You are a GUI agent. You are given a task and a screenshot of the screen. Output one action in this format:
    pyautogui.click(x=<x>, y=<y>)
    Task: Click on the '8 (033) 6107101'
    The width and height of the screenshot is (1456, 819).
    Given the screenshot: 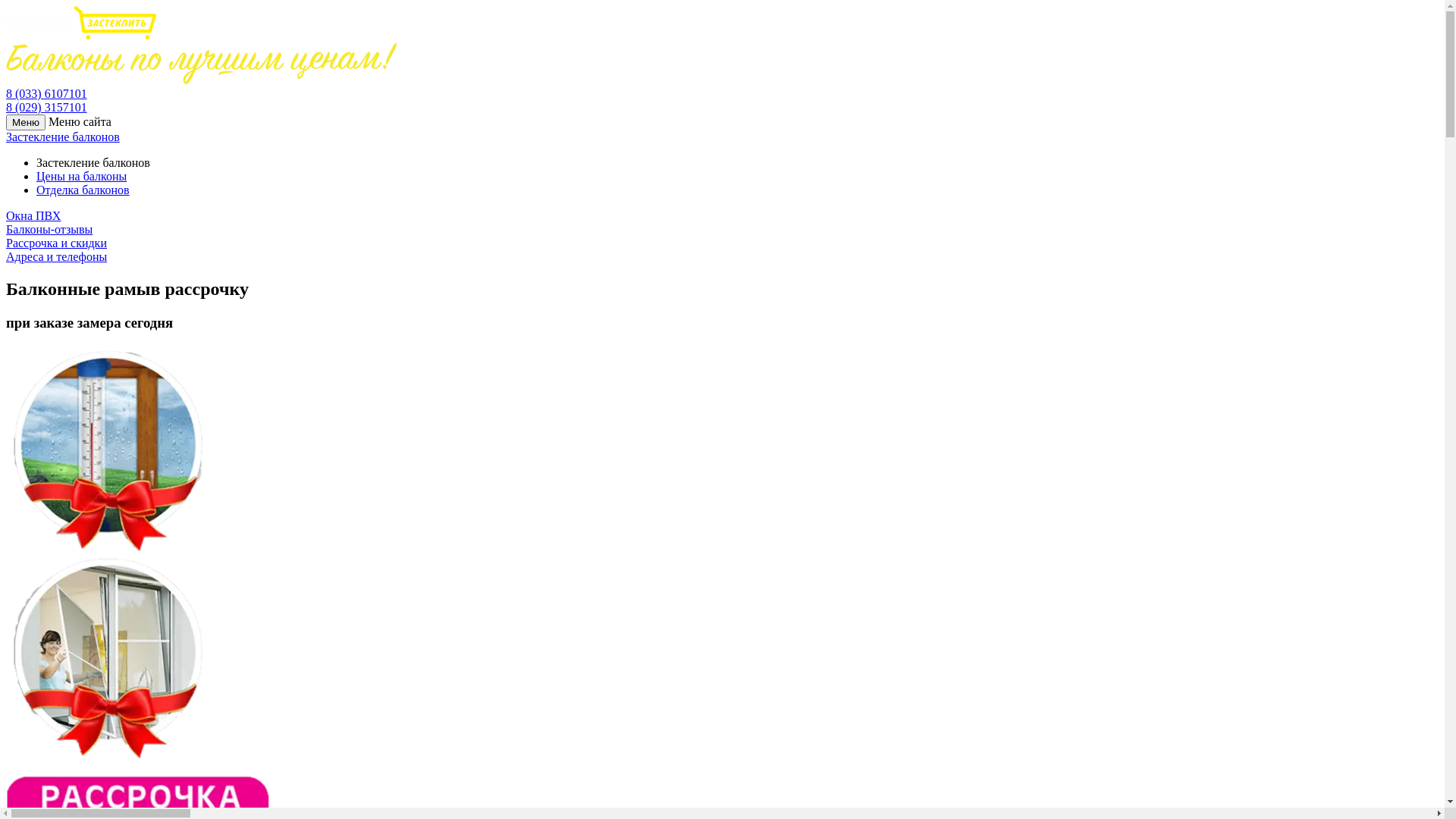 What is the action you would take?
    pyautogui.click(x=6, y=93)
    